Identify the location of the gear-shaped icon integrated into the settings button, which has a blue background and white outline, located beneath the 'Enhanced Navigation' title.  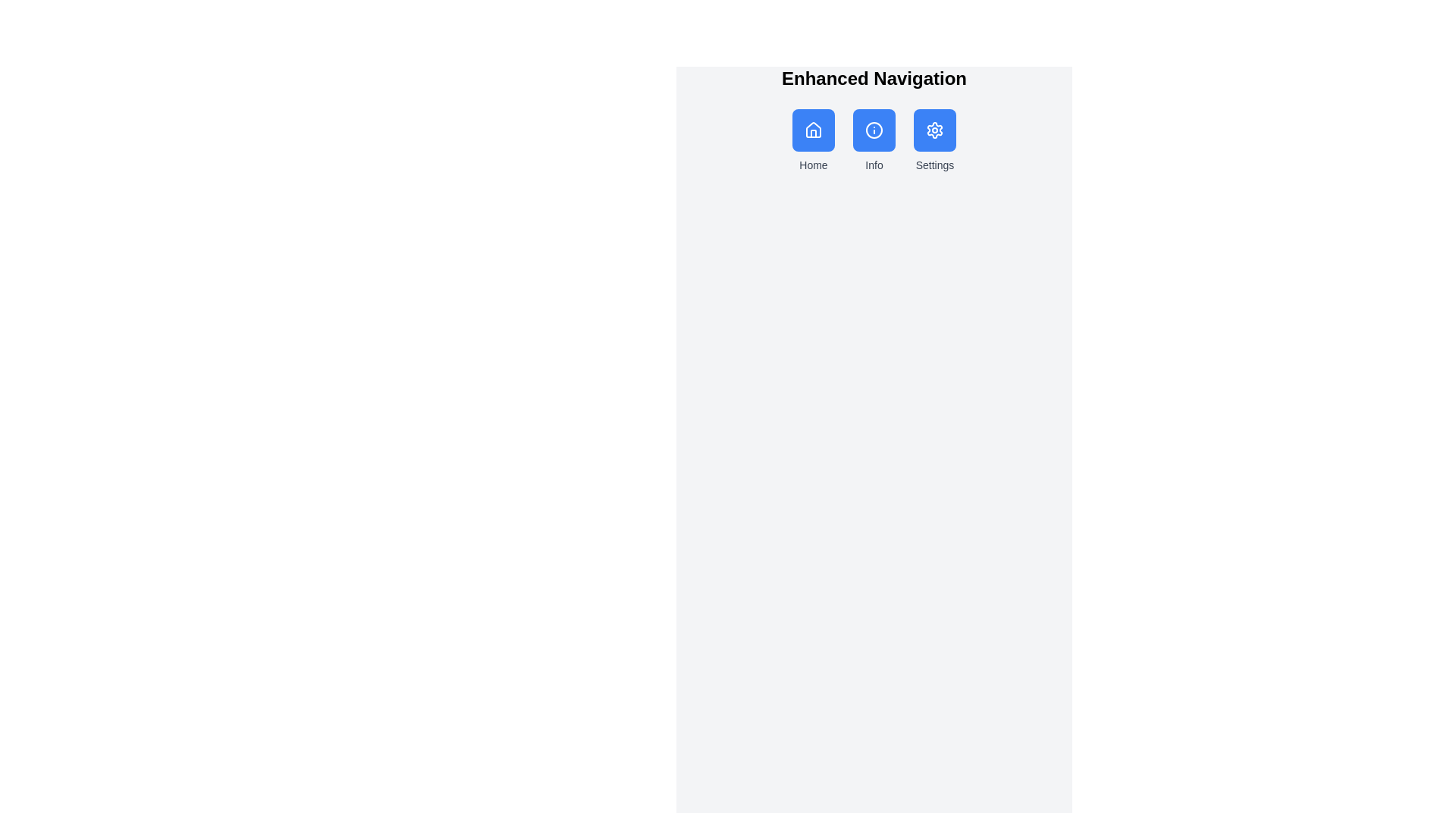
(934, 130).